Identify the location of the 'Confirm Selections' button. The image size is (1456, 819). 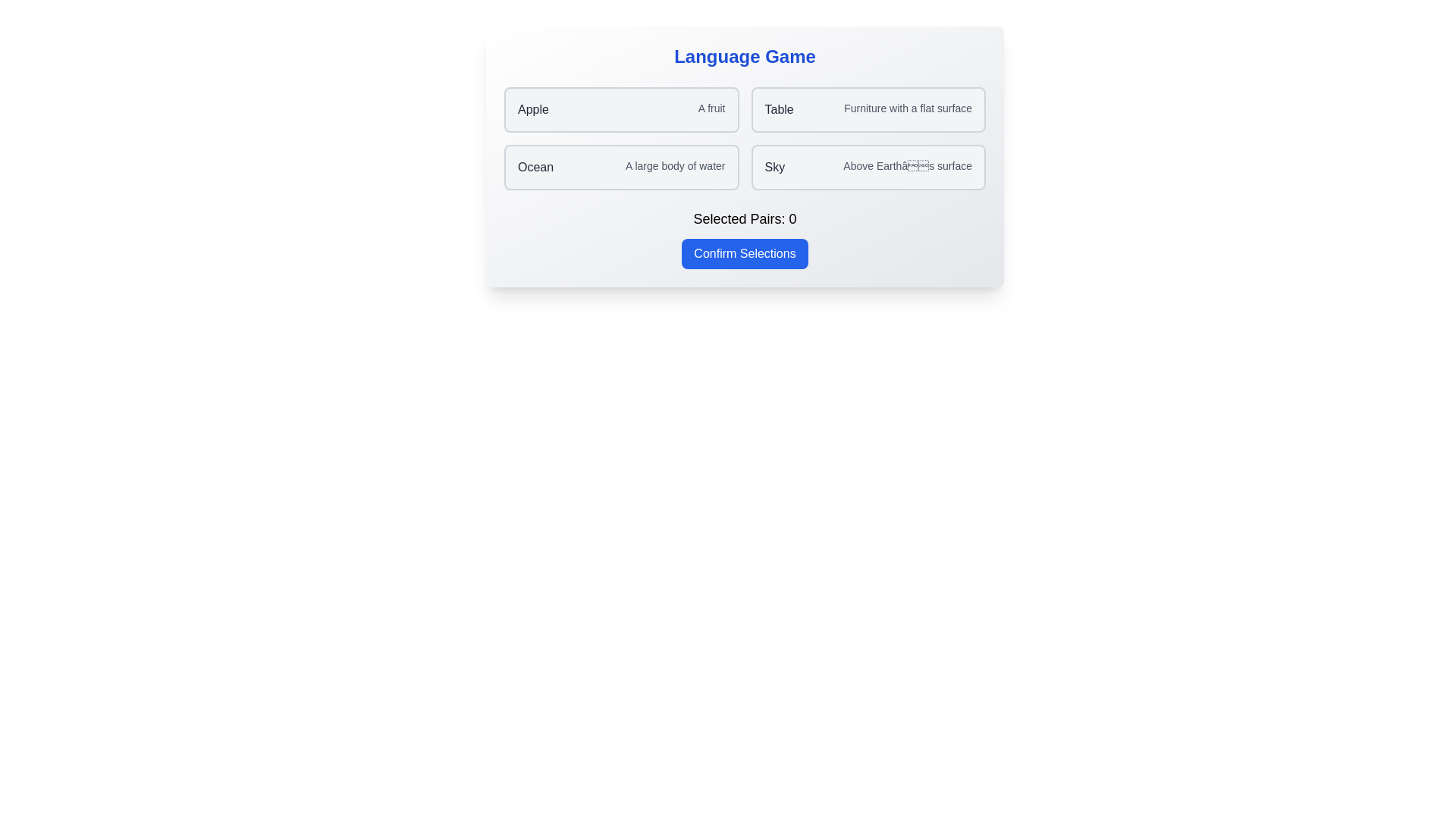
(745, 253).